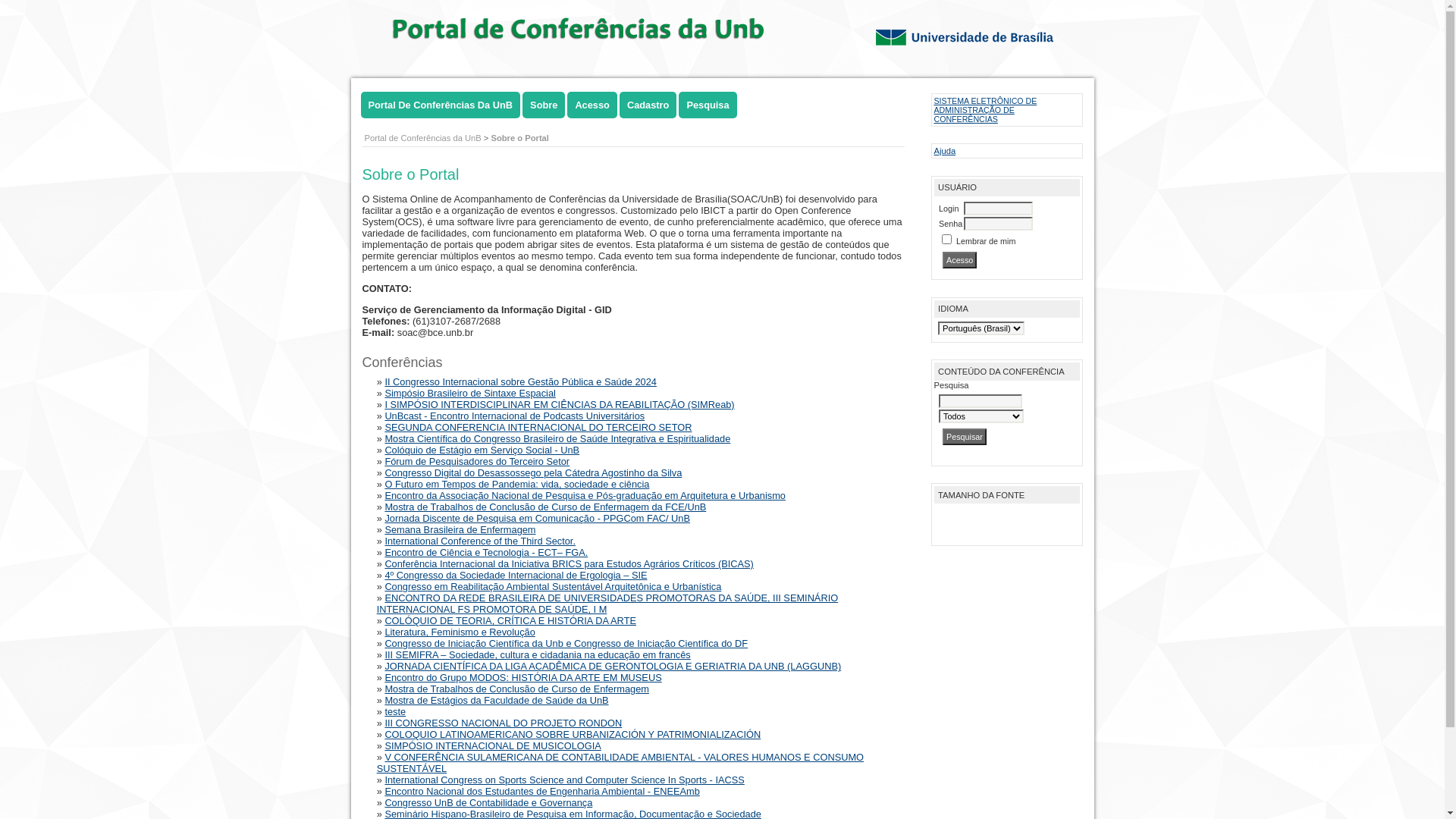 This screenshot has height=819, width=1456. I want to click on 'teste', so click(395, 711).